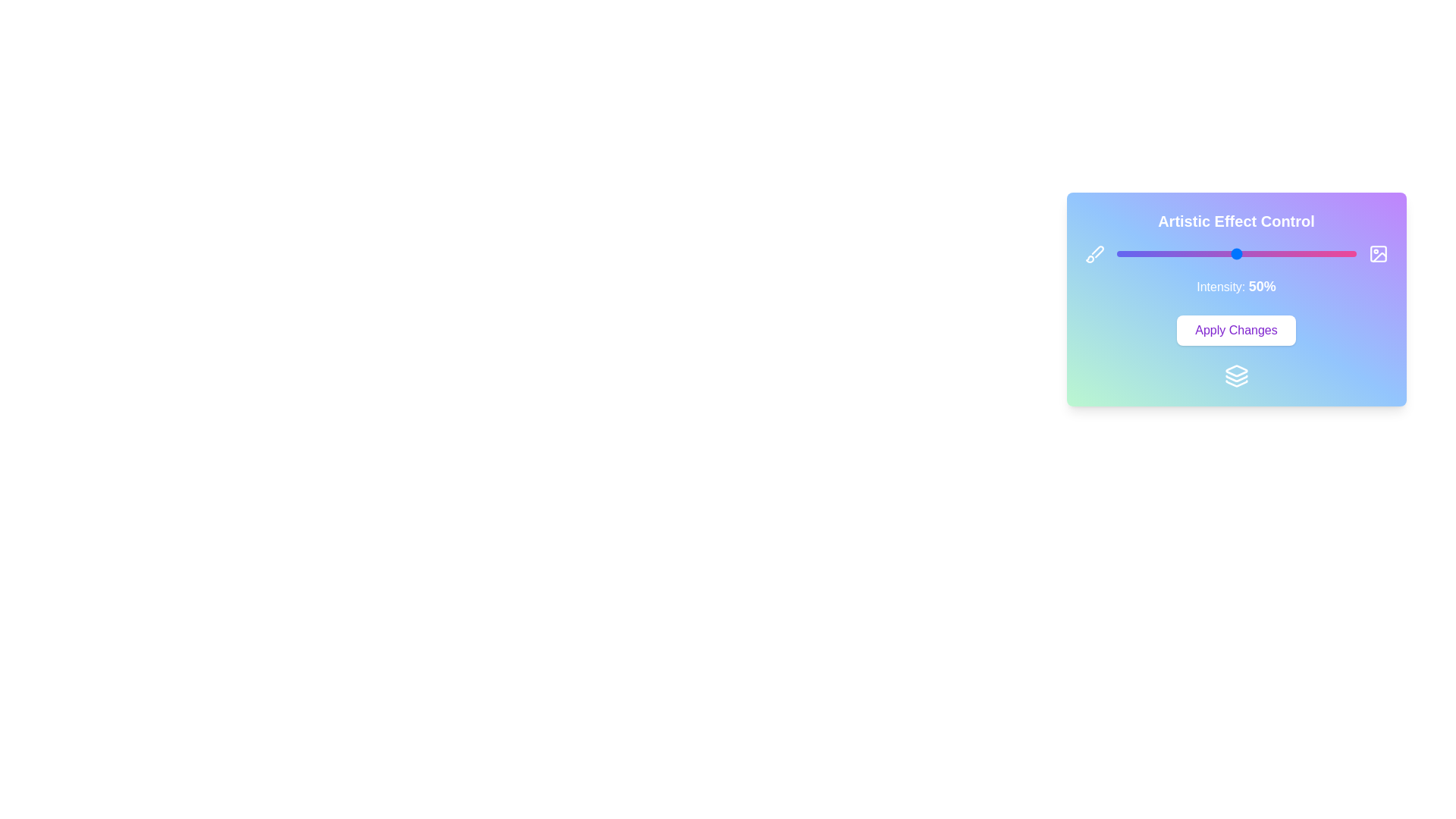 The width and height of the screenshot is (1456, 819). What do you see at coordinates (1143, 253) in the screenshot?
I see `the slider to set the intensity to 11%` at bounding box center [1143, 253].